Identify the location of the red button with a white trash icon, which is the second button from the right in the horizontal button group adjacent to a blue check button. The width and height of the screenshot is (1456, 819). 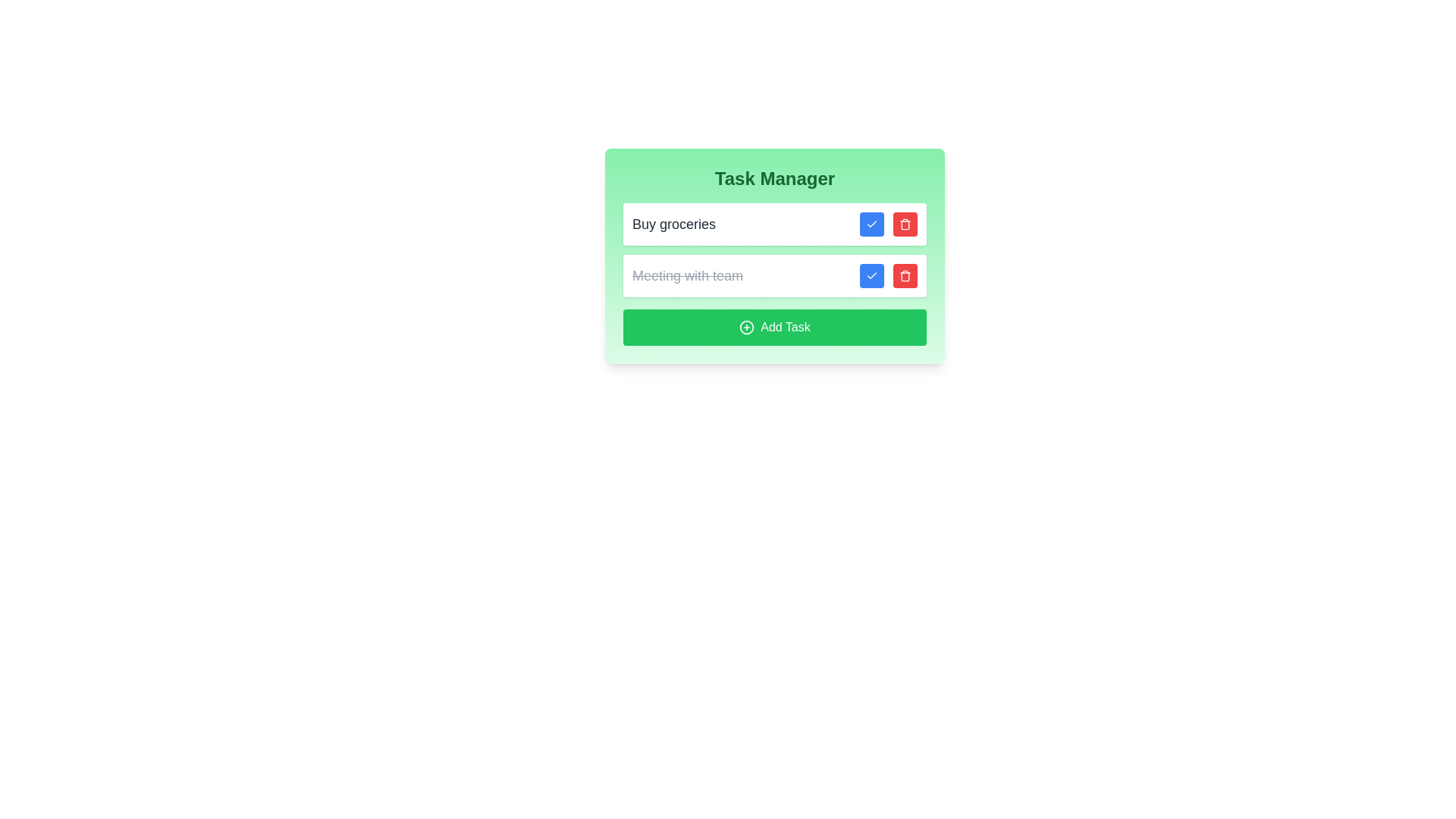
(905, 224).